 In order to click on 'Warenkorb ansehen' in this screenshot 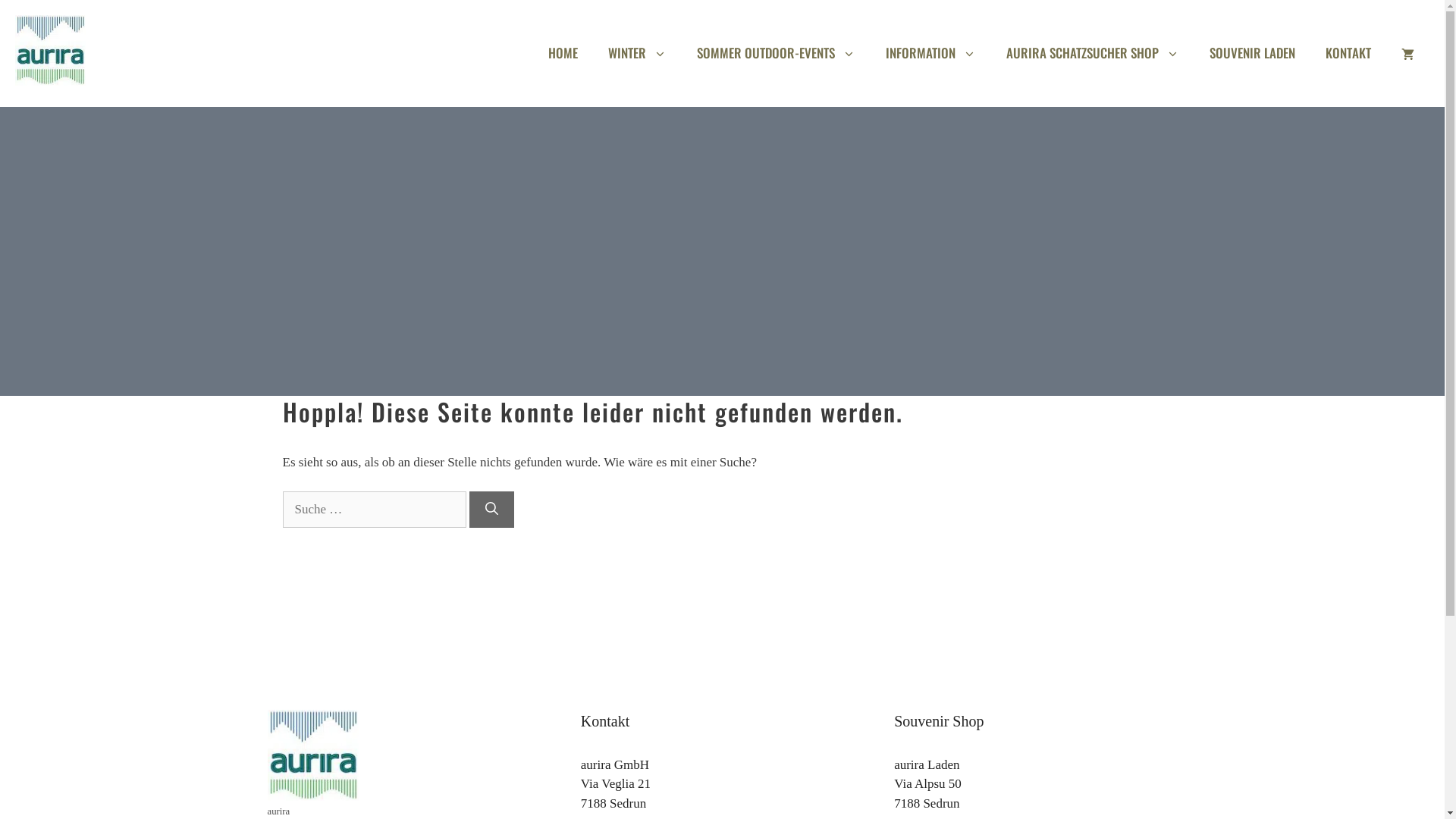, I will do `click(1407, 52)`.